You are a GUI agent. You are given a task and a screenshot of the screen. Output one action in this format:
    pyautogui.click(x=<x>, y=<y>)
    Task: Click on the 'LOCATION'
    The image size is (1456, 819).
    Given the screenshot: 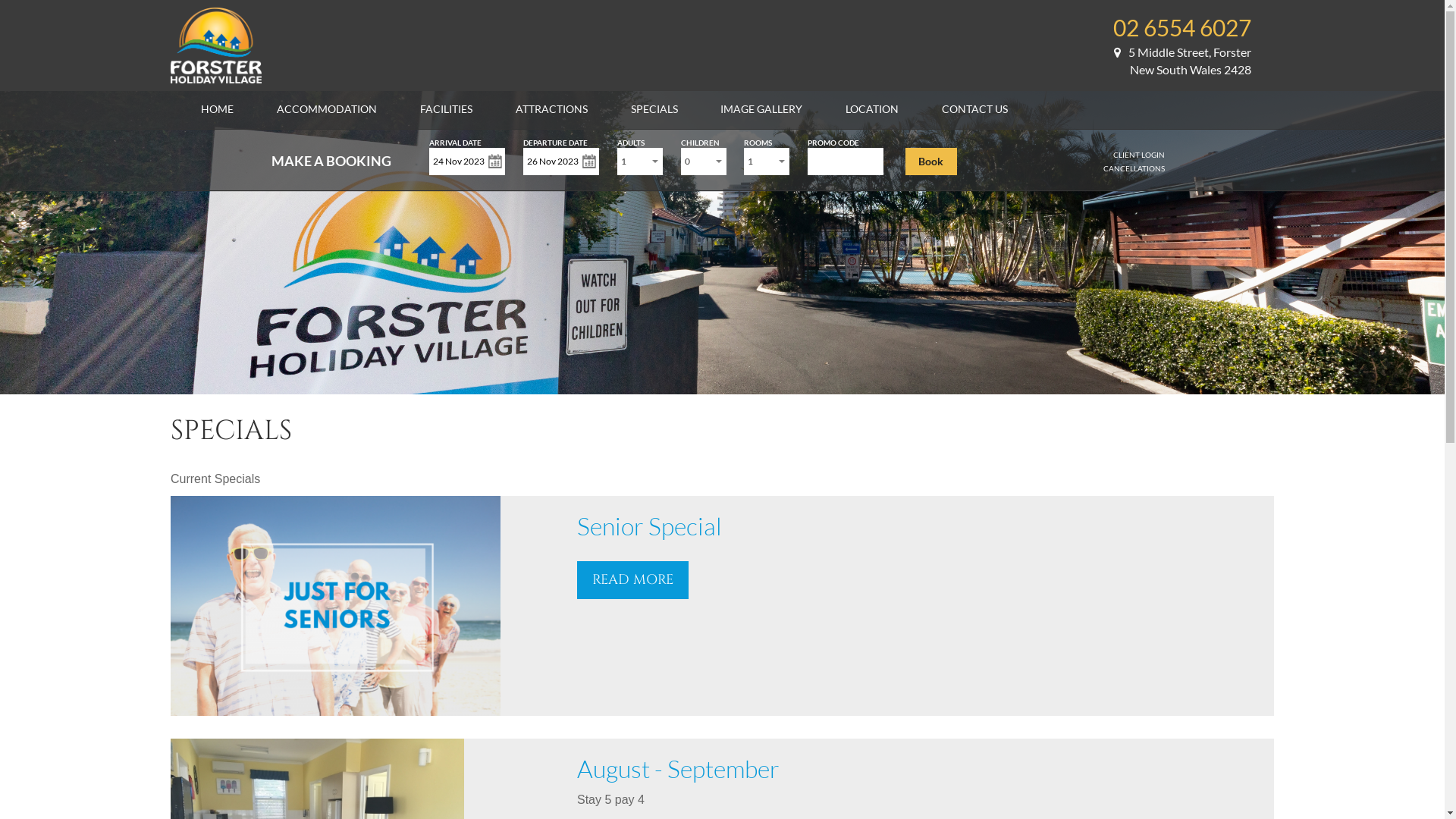 What is the action you would take?
    pyautogui.click(x=872, y=108)
    